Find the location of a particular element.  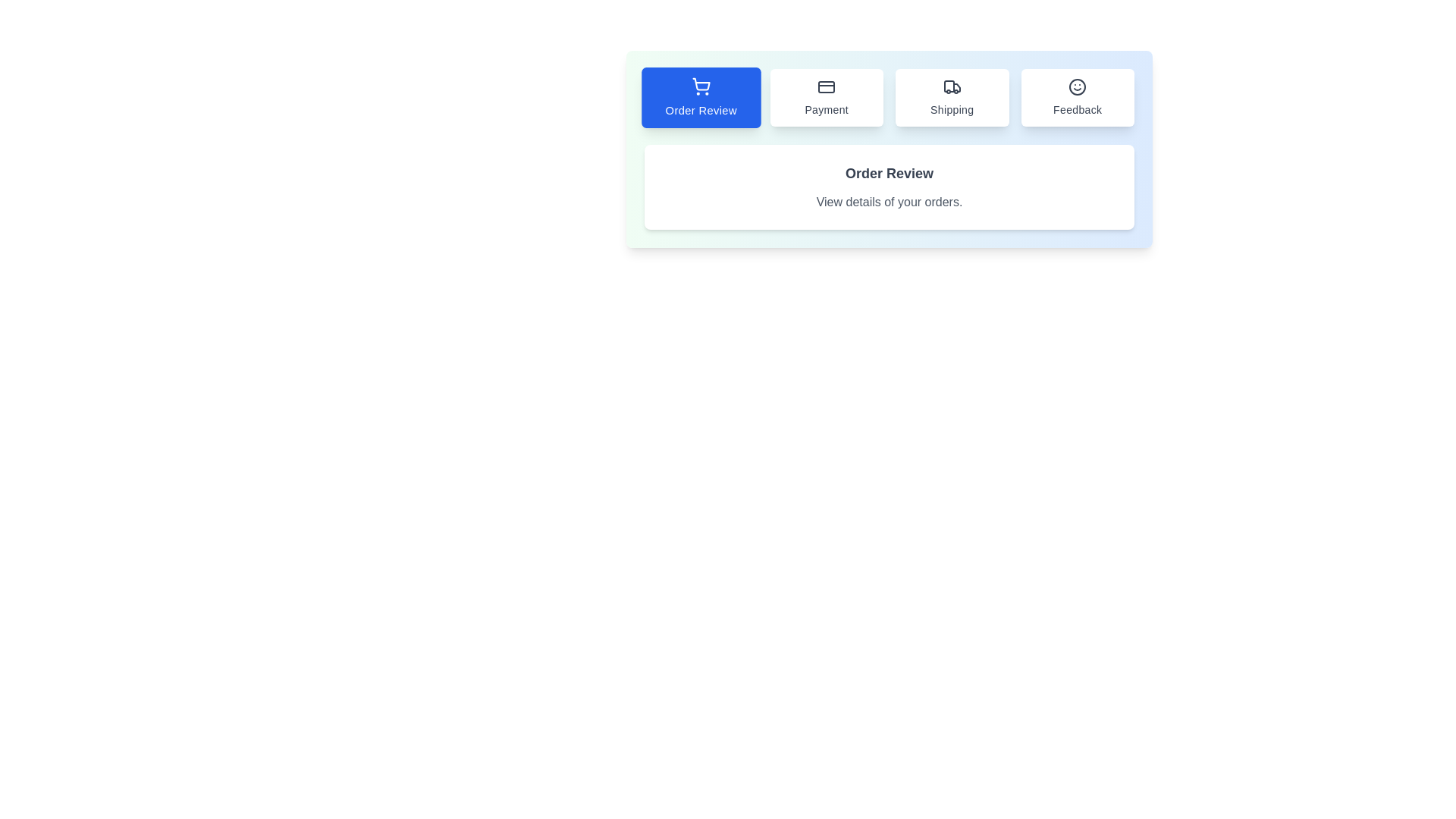

the descriptive text label for the 'Payment' button, which is centrally aligned below the button's icon is located at coordinates (826, 109).